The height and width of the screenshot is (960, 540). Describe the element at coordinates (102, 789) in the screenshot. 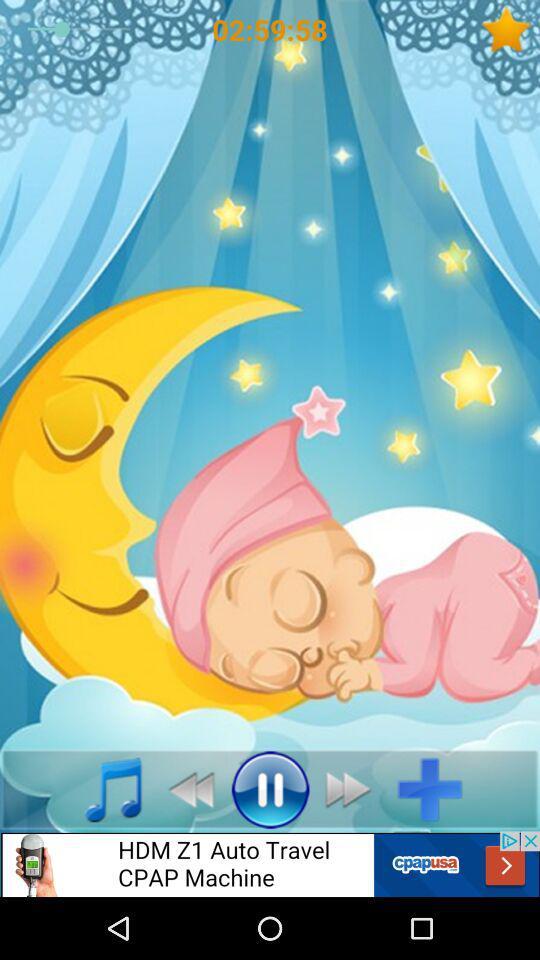

I see `the music icon` at that location.